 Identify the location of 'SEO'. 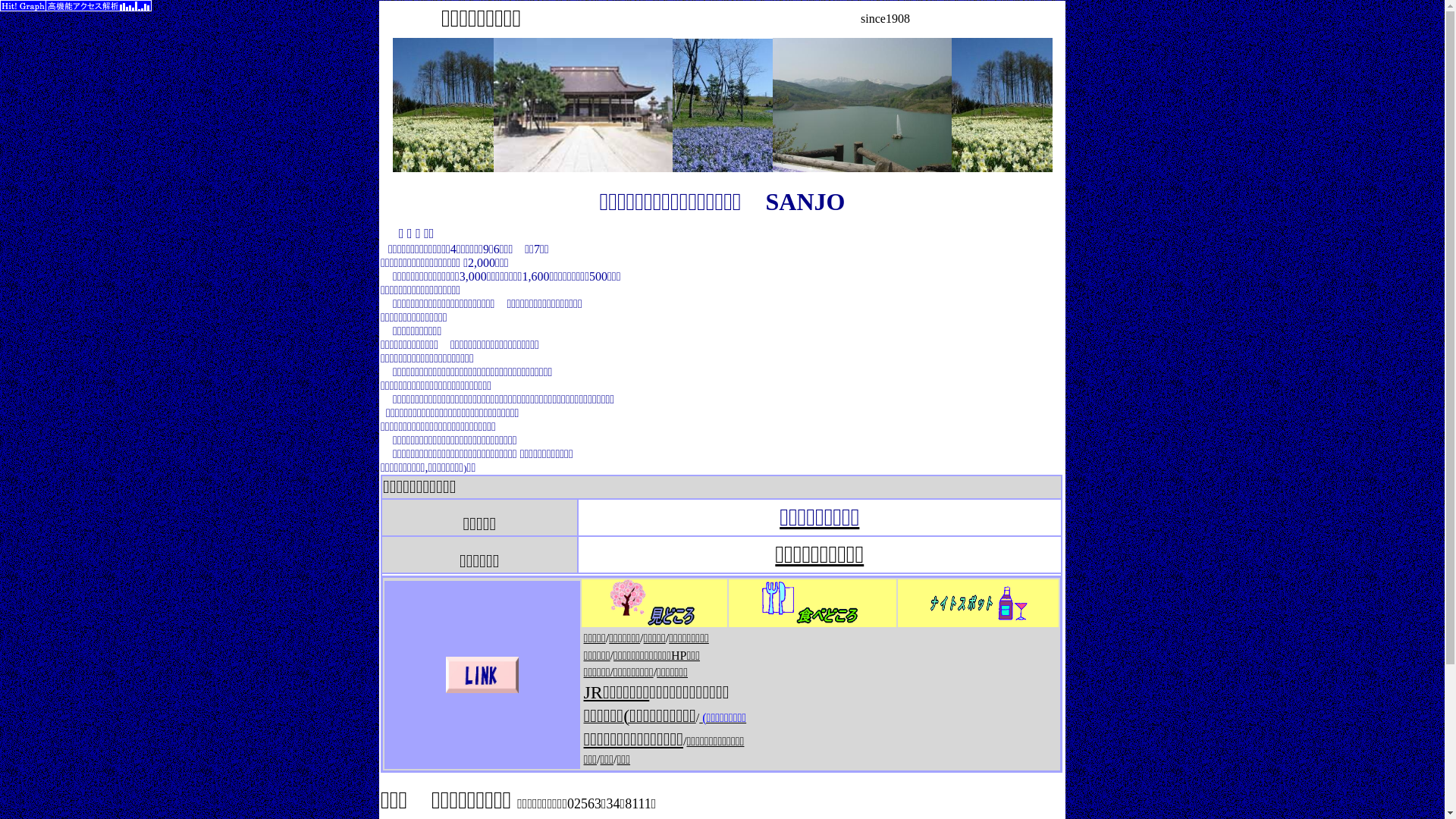
(75, 18).